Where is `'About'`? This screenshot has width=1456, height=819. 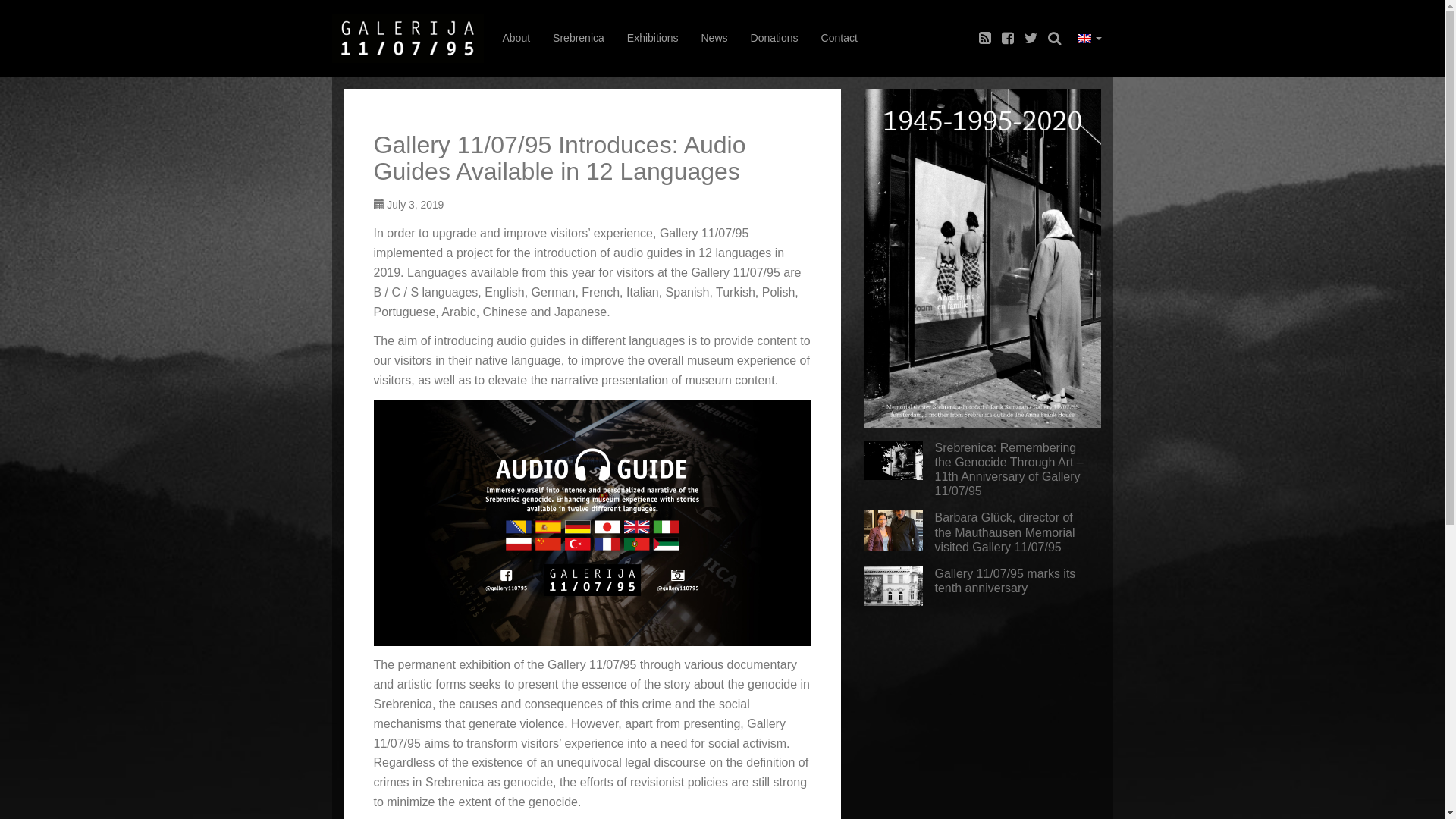
'About' is located at coordinates (491, 37).